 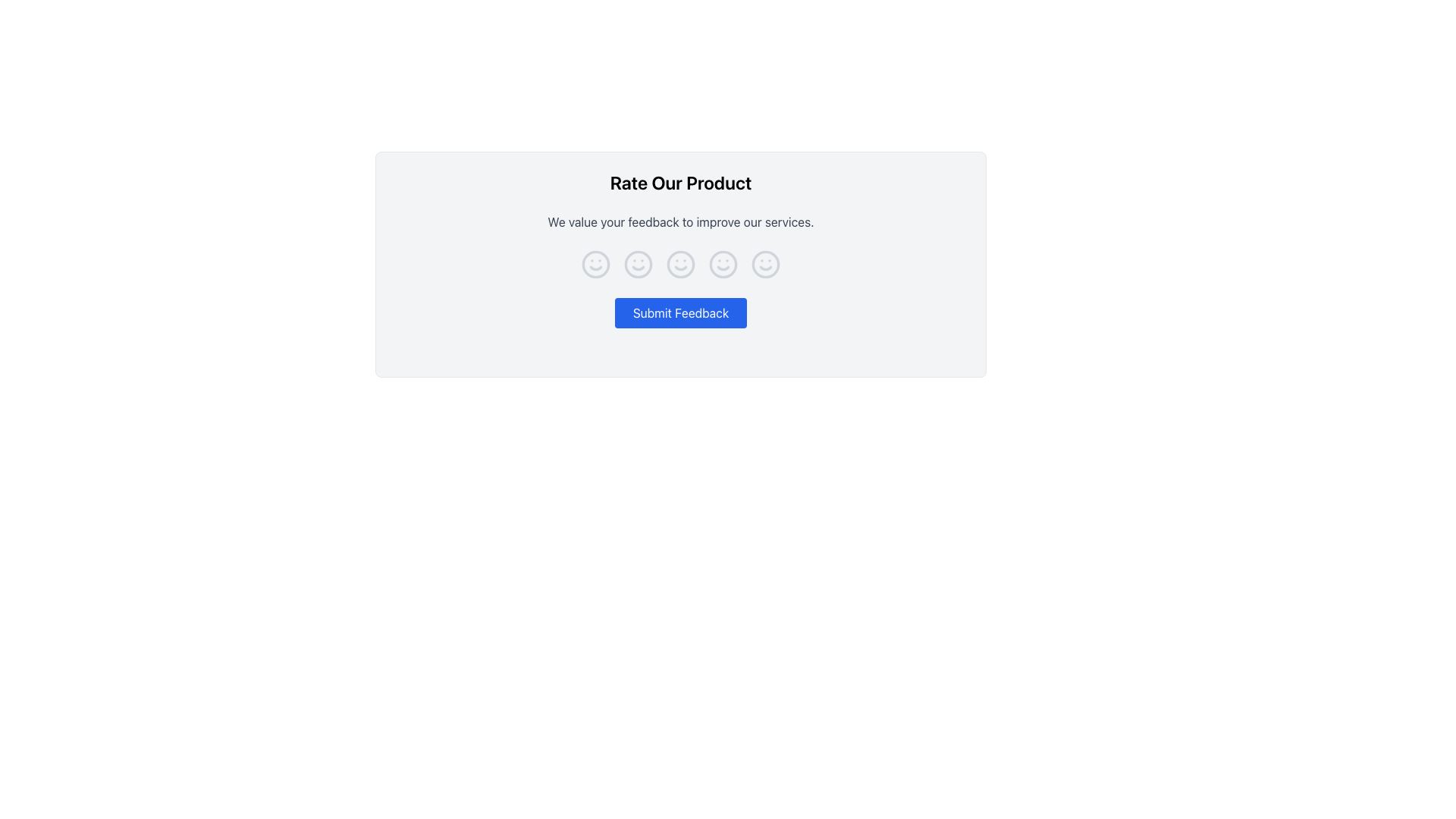 I want to click on the circular outline of the first smiley face icon in the feedback interface, so click(x=595, y=263).